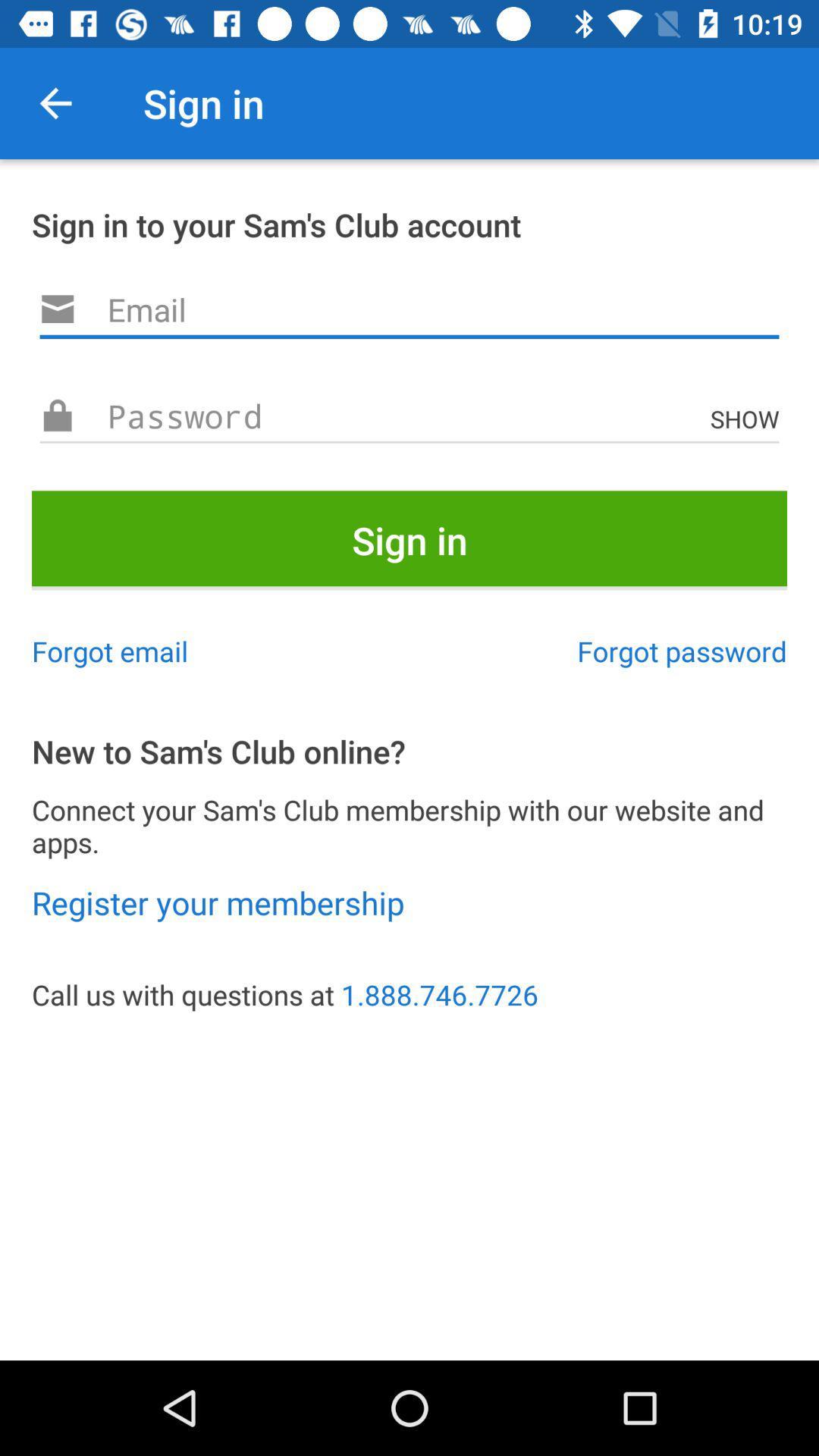 This screenshot has height=1456, width=819. I want to click on the icon above sign in to icon, so click(55, 102).